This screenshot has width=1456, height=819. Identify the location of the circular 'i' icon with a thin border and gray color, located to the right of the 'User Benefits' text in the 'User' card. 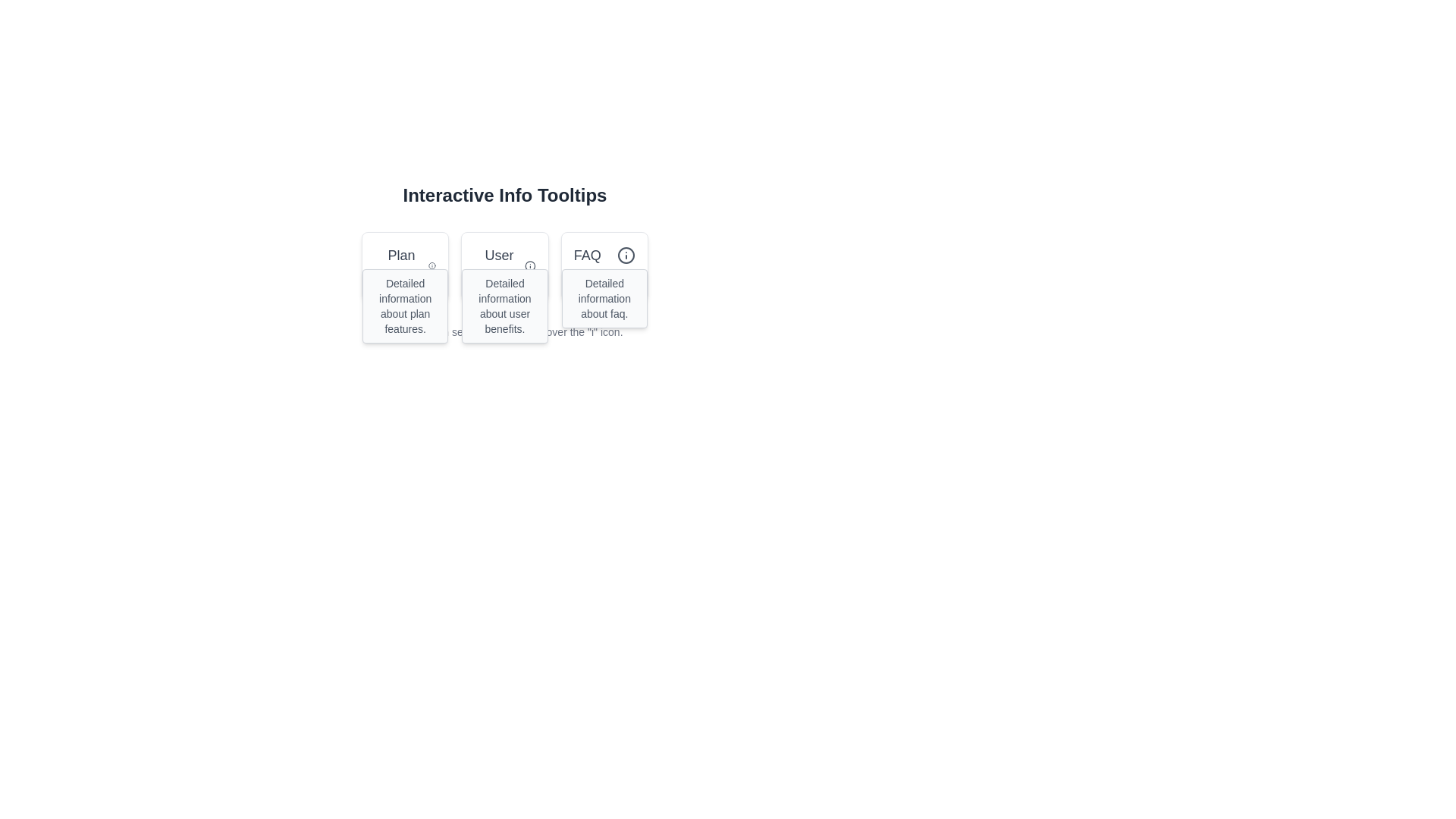
(530, 265).